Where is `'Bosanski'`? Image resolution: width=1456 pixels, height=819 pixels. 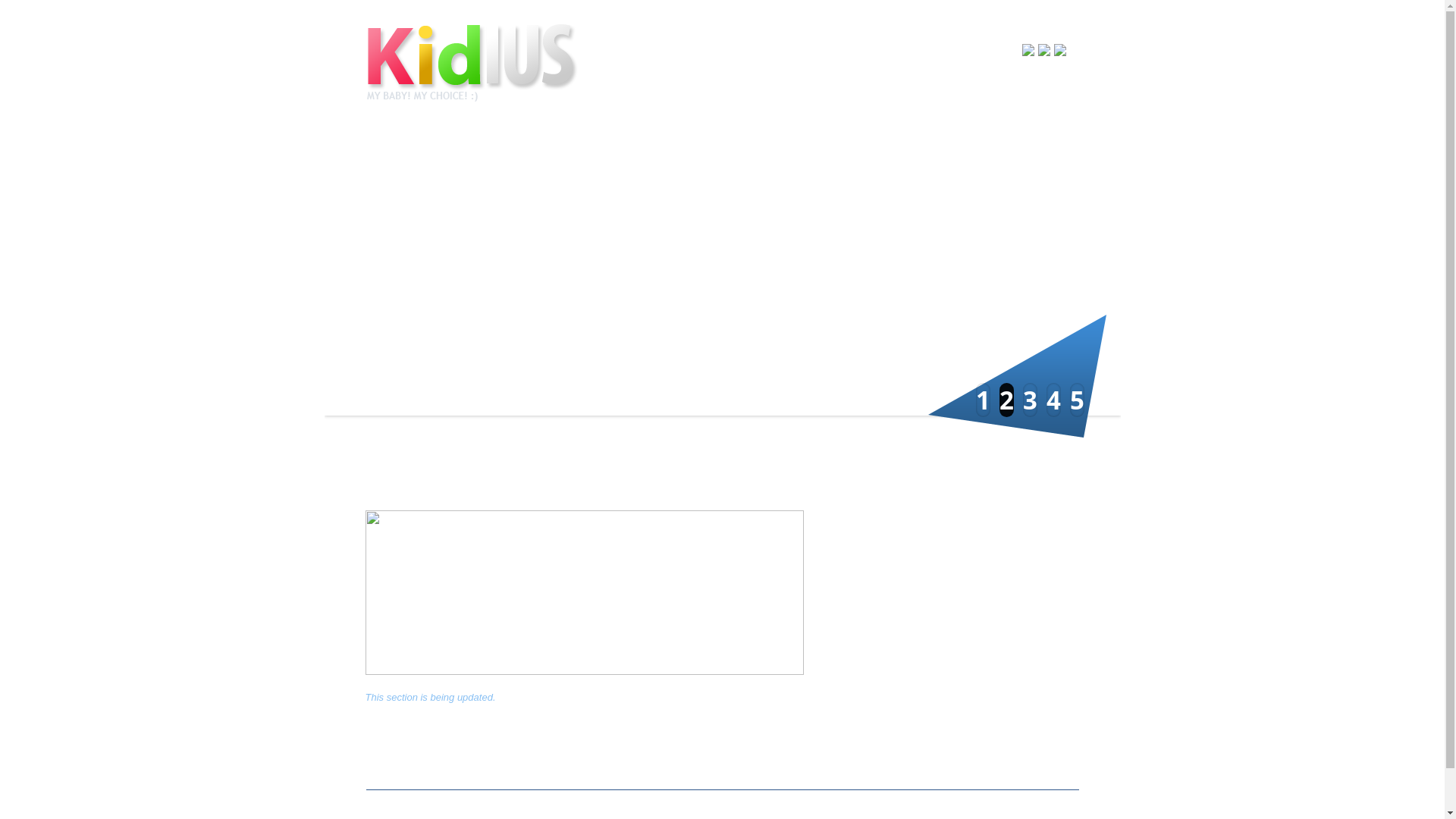
'Bosanski' is located at coordinates (1022, 49).